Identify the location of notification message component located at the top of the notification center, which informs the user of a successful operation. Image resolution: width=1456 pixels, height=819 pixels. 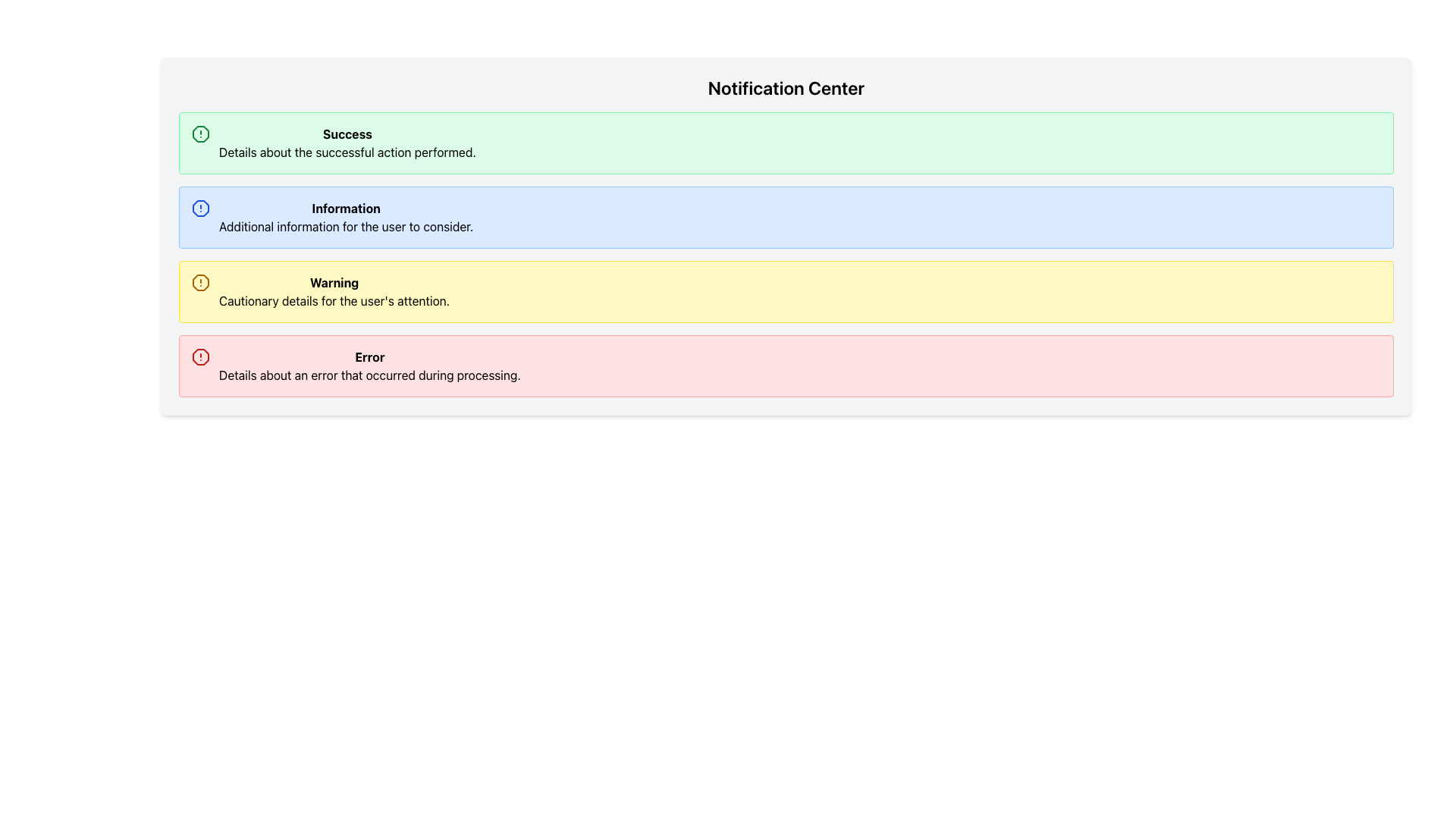
(347, 143).